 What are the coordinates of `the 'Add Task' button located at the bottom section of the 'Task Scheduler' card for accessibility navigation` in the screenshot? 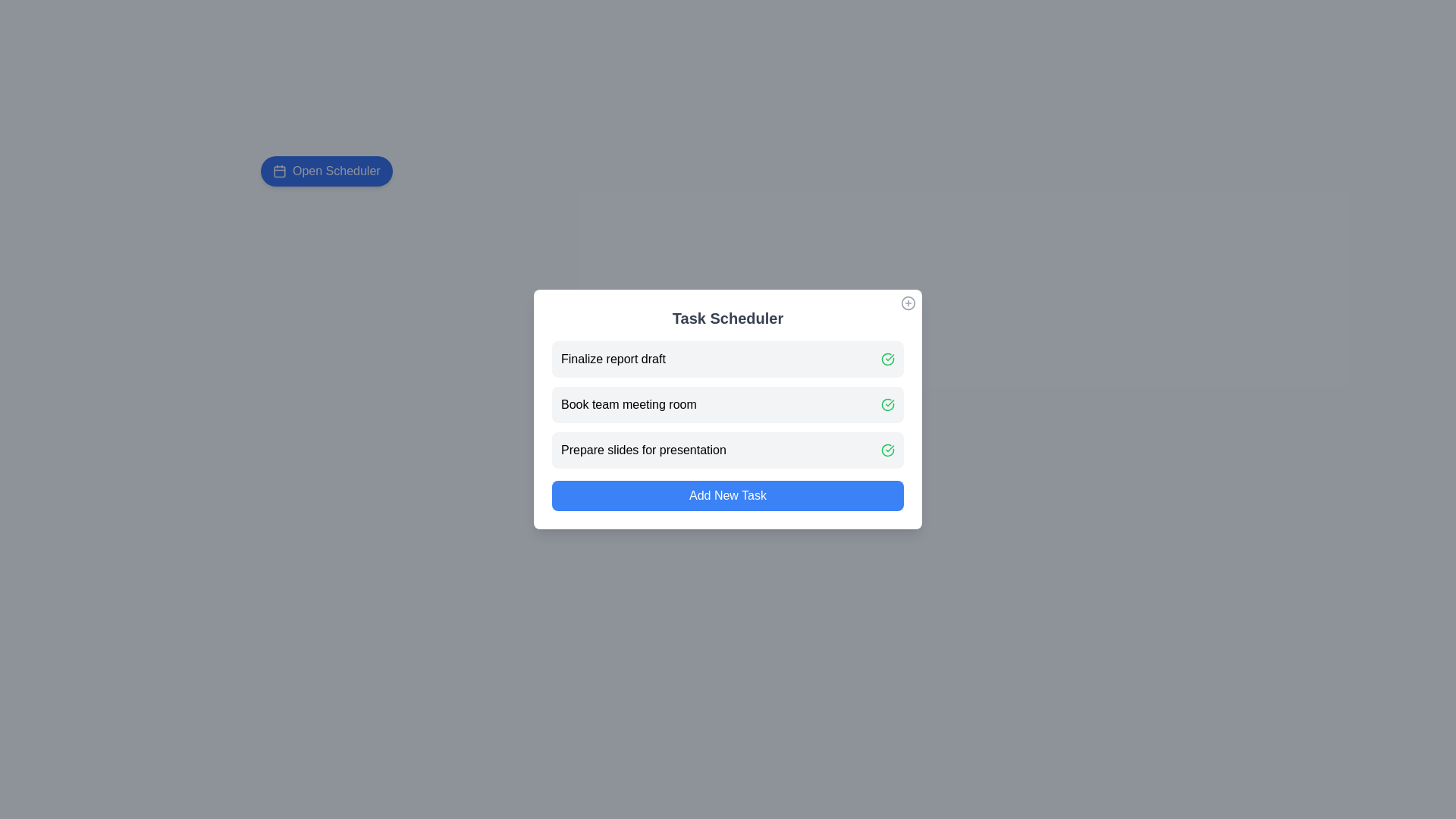 It's located at (728, 496).